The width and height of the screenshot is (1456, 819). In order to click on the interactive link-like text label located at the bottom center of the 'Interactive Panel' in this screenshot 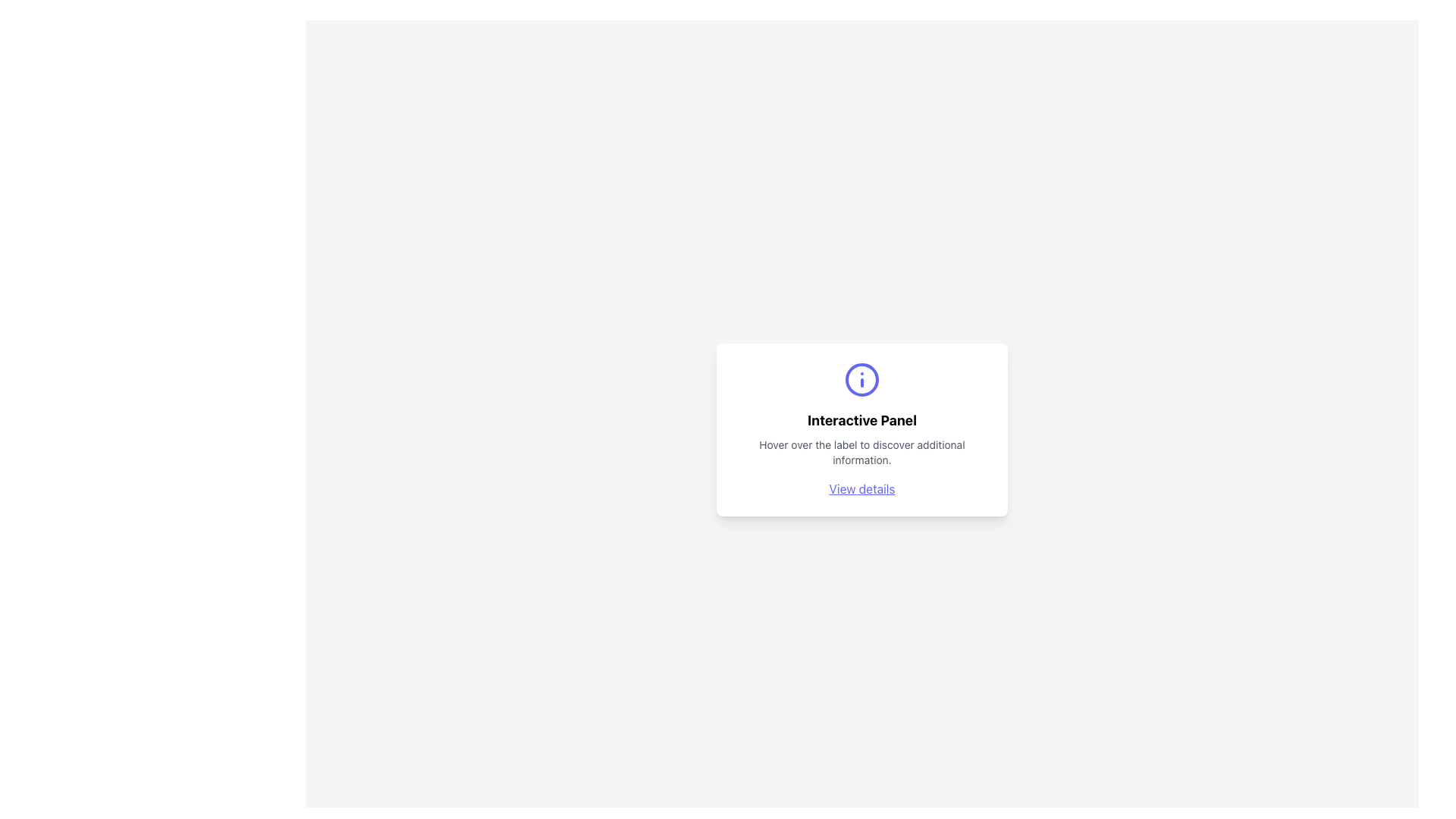, I will do `click(862, 488)`.